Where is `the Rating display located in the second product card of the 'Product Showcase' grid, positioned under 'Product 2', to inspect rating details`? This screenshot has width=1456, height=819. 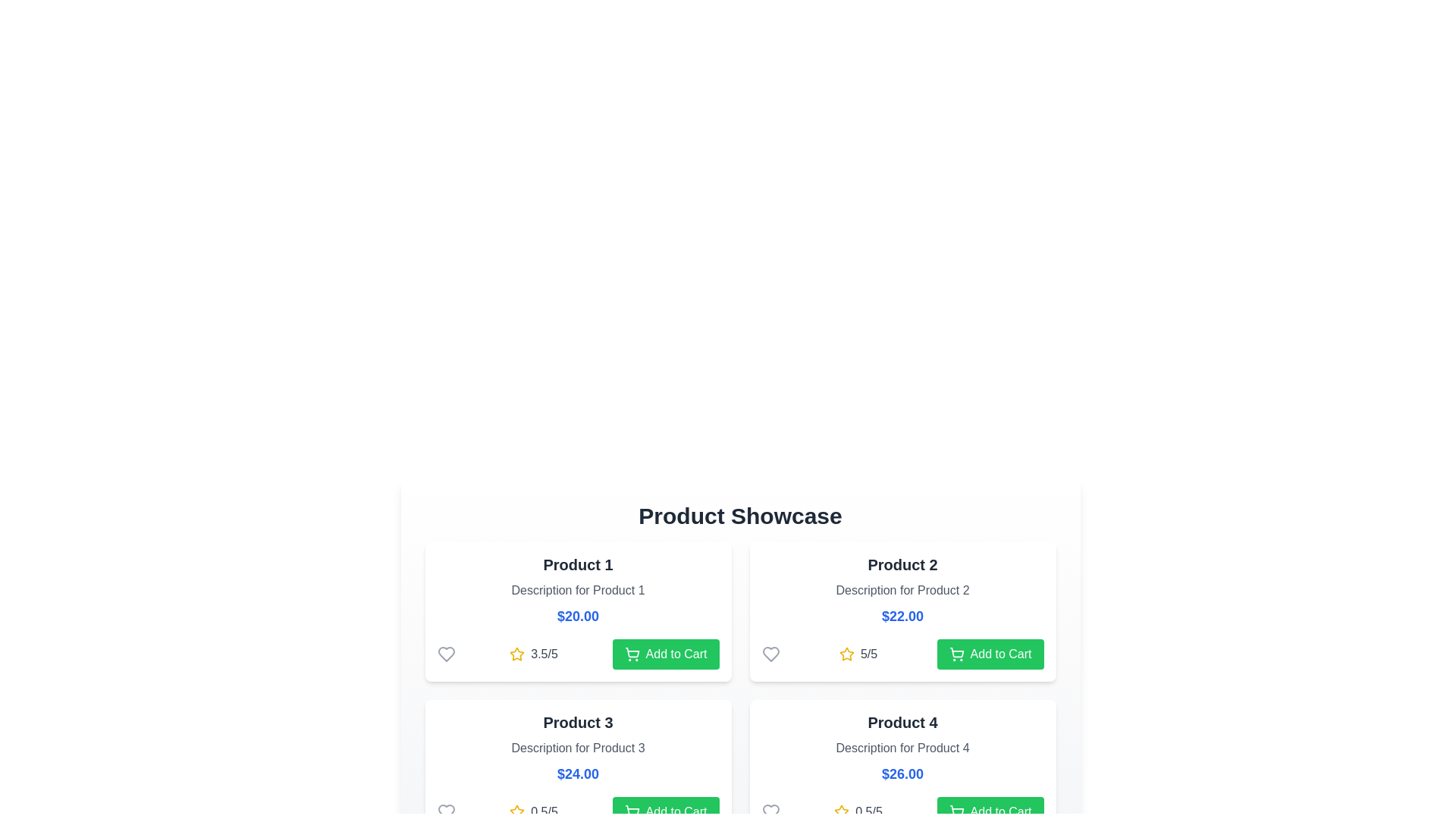 the Rating display located in the second product card of the 'Product Showcase' grid, positioned under 'Product 2', to inspect rating details is located at coordinates (858, 654).